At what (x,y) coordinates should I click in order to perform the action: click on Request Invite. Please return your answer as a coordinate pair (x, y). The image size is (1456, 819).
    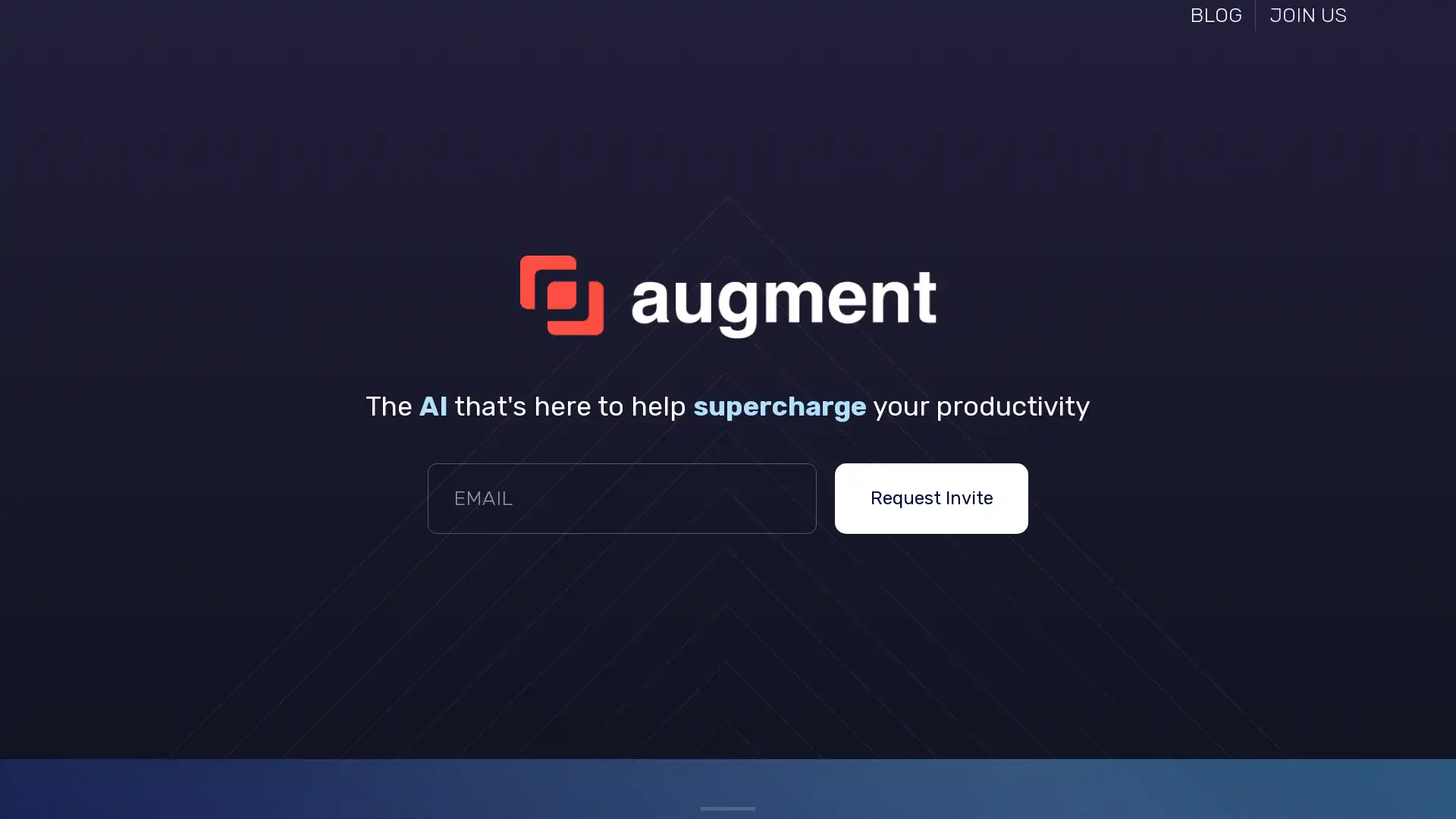
    Looking at the image, I should click on (930, 497).